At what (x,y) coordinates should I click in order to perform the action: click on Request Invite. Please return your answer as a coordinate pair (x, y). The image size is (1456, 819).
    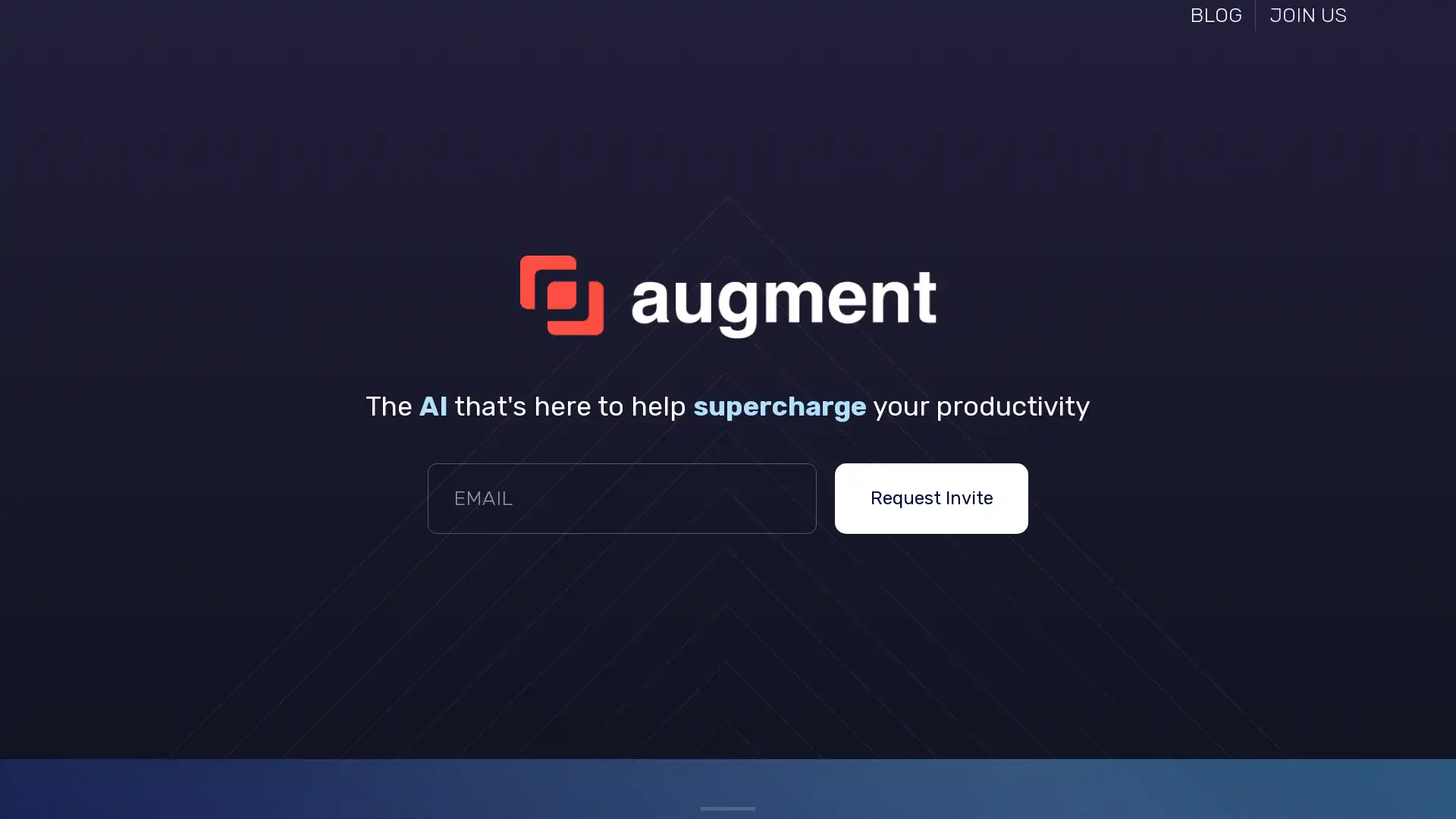
    Looking at the image, I should click on (930, 497).